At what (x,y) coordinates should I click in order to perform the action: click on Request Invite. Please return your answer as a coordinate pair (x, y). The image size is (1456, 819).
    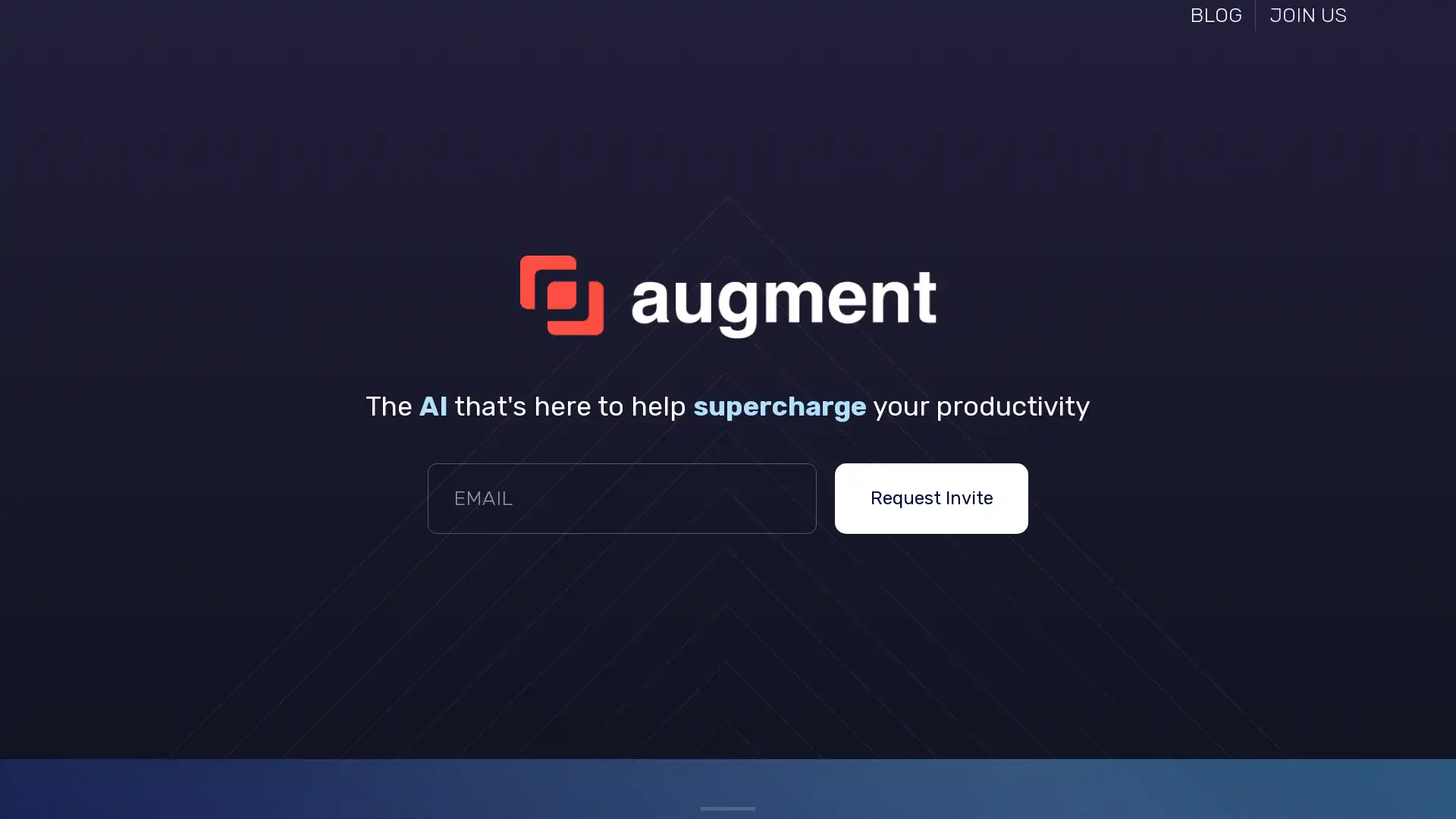
    Looking at the image, I should click on (930, 497).